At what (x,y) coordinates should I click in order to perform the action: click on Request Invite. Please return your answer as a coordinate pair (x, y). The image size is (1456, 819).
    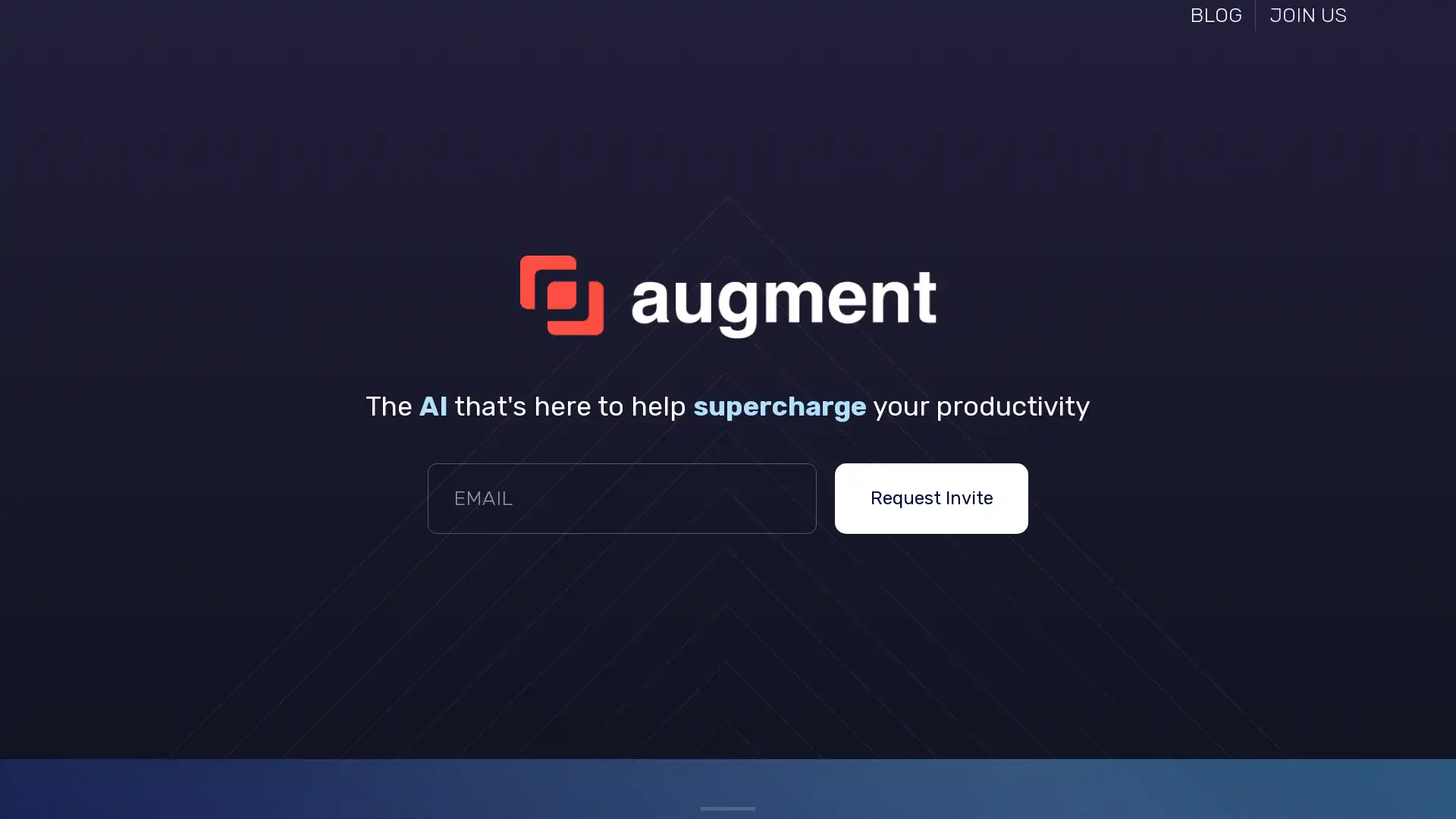
    Looking at the image, I should click on (930, 497).